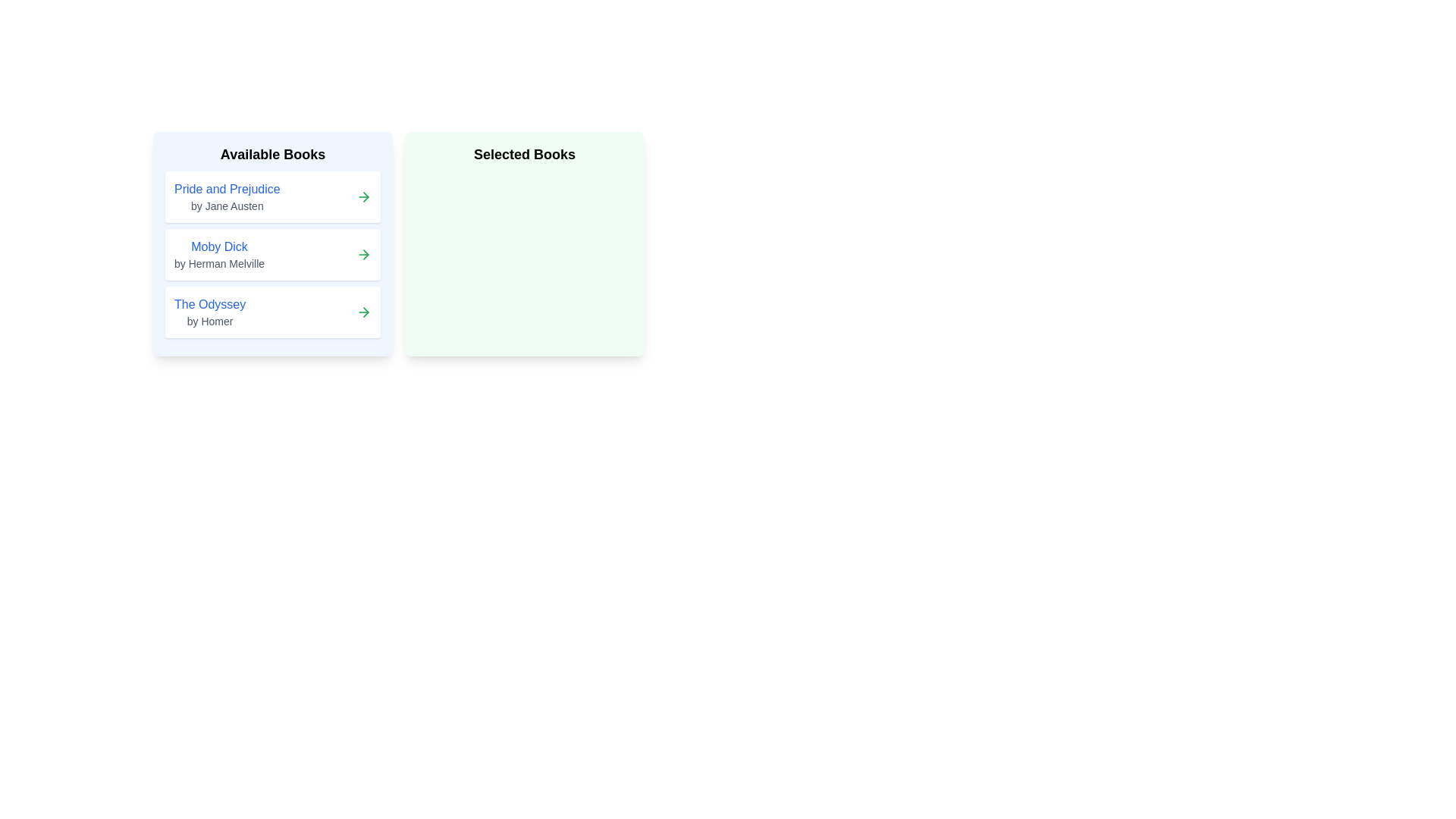 Image resolution: width=1456 pixels, height=819 pixels. Describe the element at coordinates (226, 206) in the screenshot. I see `the descriptive text label indicating the author of the book 'Pride and Prejudice' located in the 'Available Books' section` at that location.